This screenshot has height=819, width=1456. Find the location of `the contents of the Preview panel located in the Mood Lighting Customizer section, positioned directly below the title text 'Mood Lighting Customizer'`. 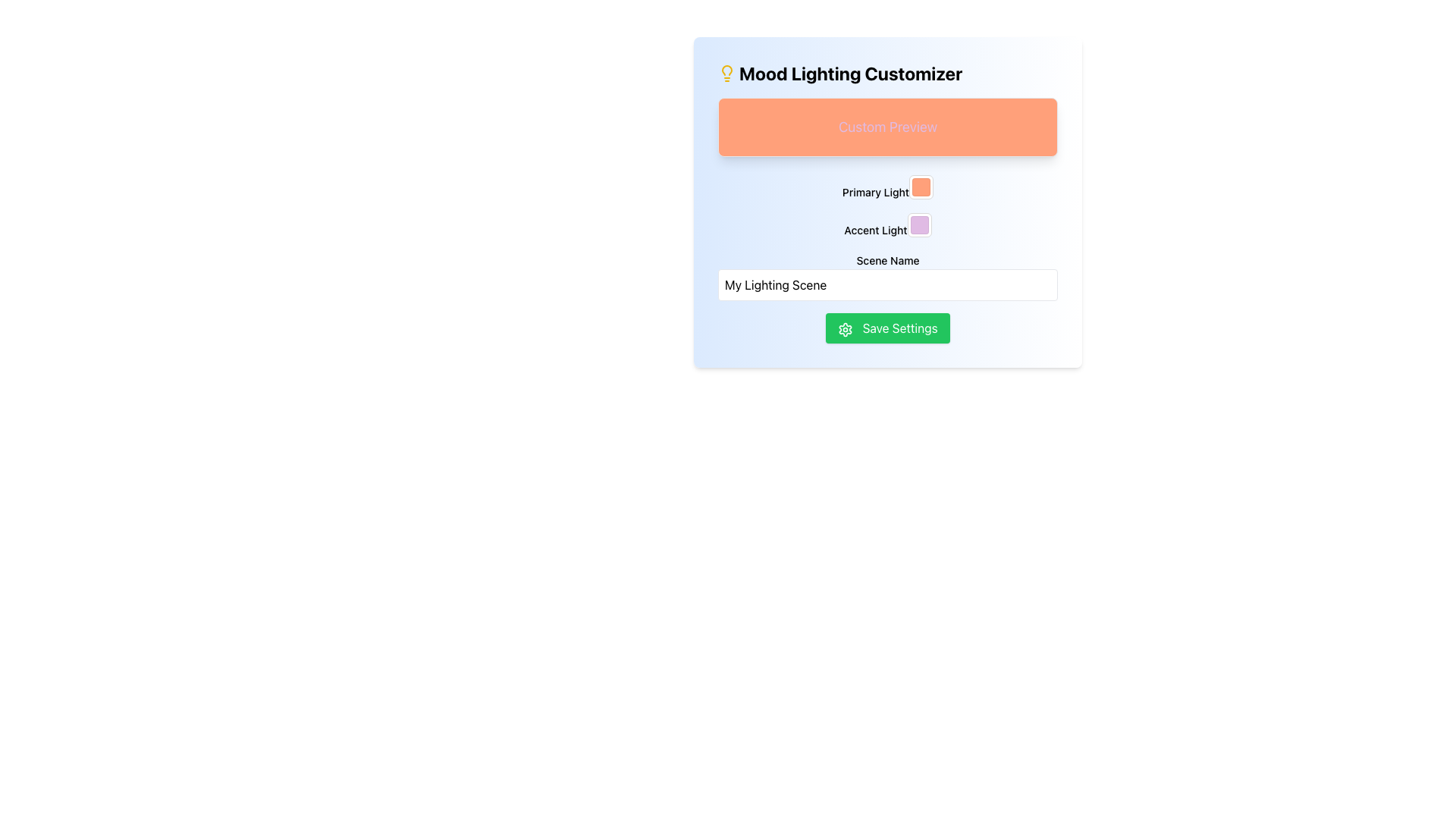

the contents of the Preview panel located in the Mood Lighting Customizer section, positioned directly below the title text 'Mood Lighting Customizer' is located at coordinates (888, 127).